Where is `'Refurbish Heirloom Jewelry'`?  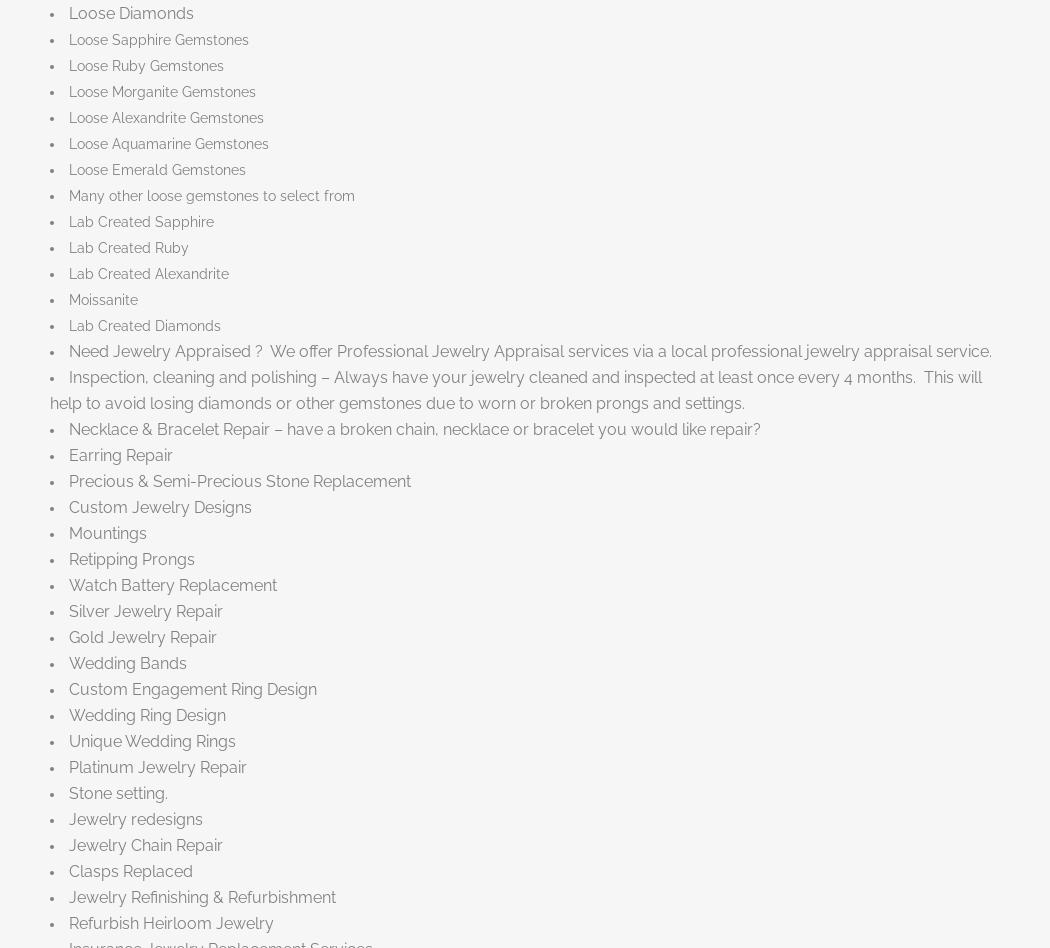
'Refurbish Heirloom Jewelry' is located at coordinates (171, 921).